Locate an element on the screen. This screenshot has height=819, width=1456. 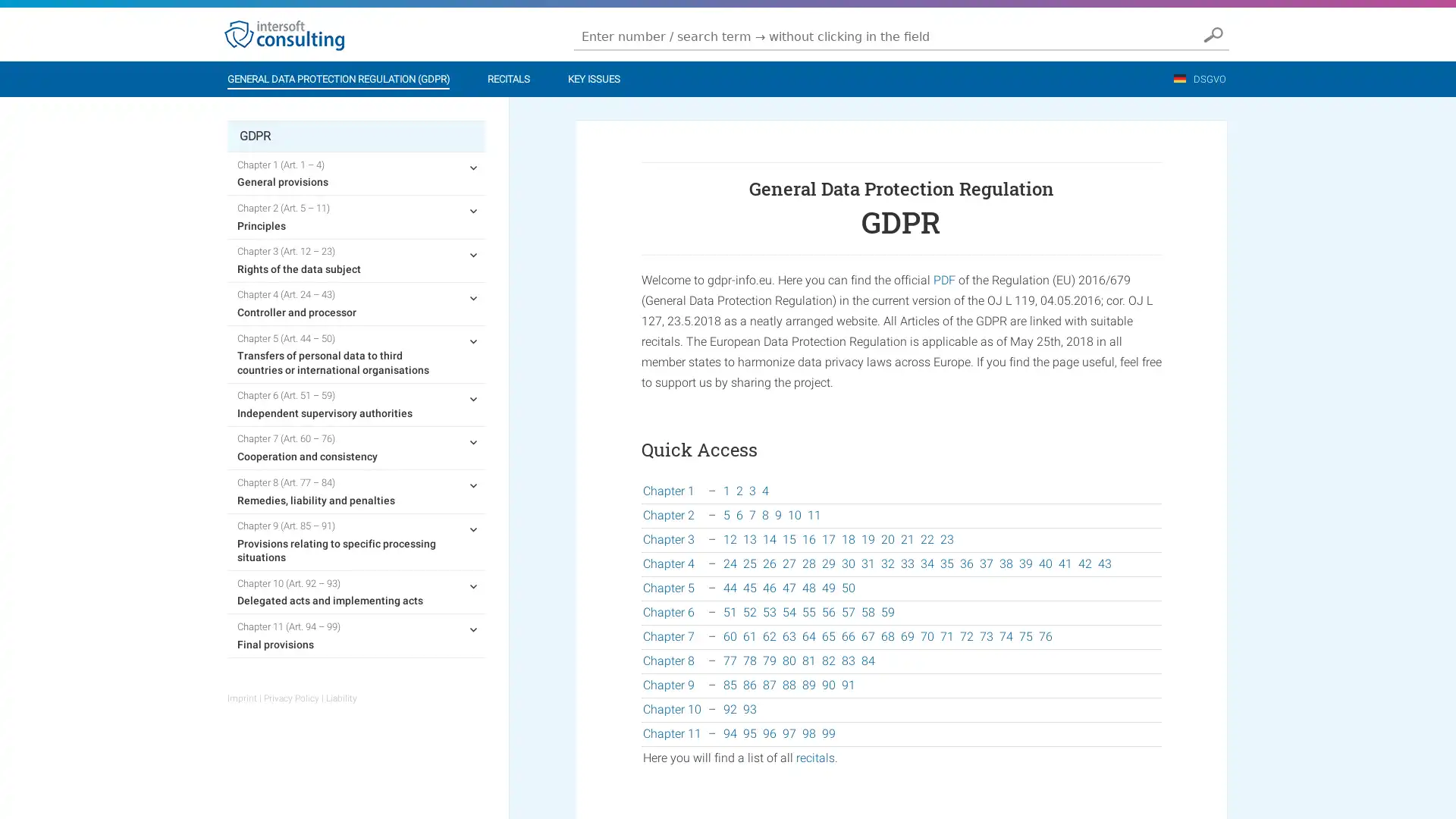
expand child menu is located at coordinates (472, 167).